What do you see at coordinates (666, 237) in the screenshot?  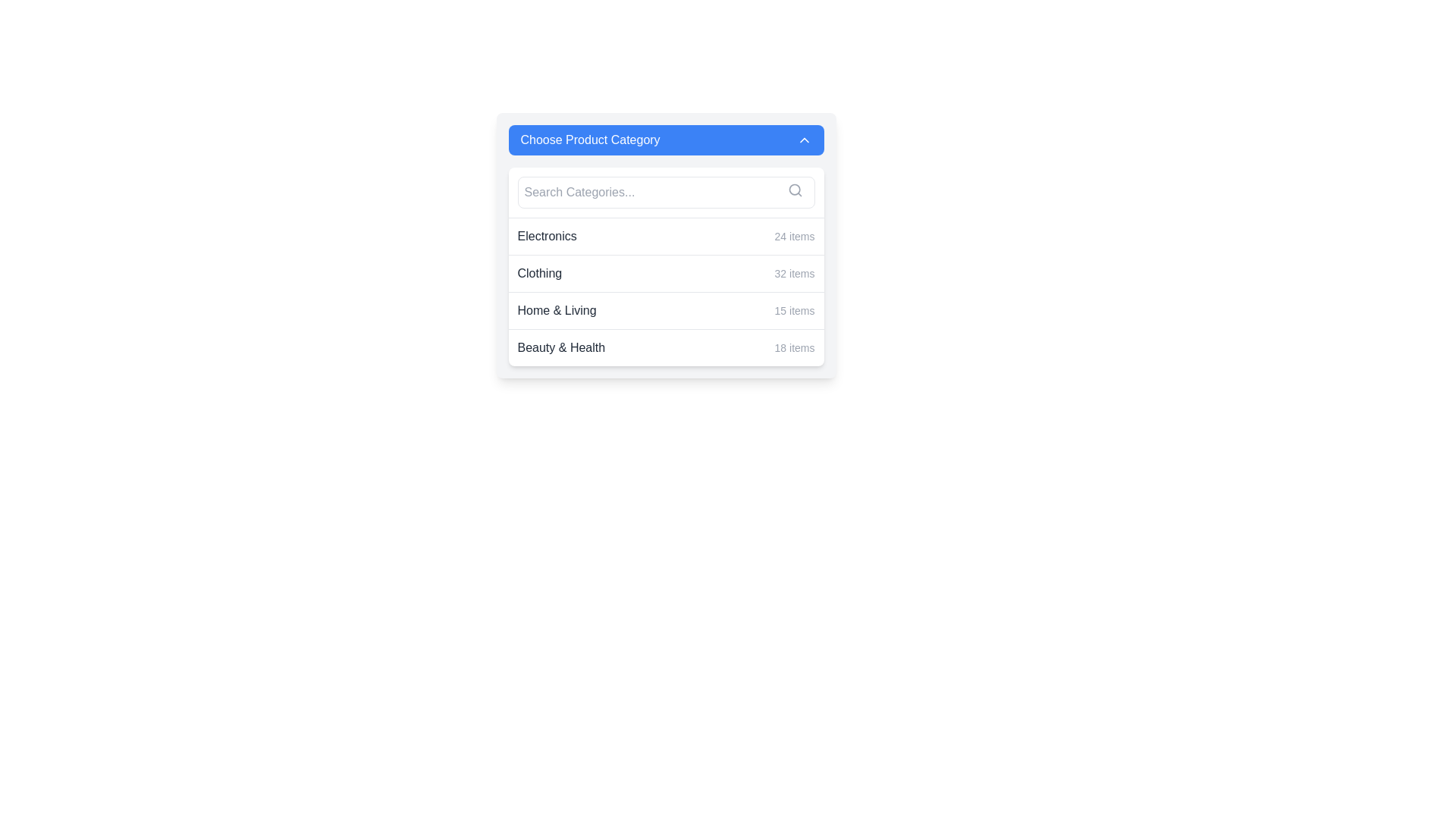 I see `the first list item displaying the category 'Electronics' with details showing '24 items' to visualize the hover effect` at bounding box center [666, 237].